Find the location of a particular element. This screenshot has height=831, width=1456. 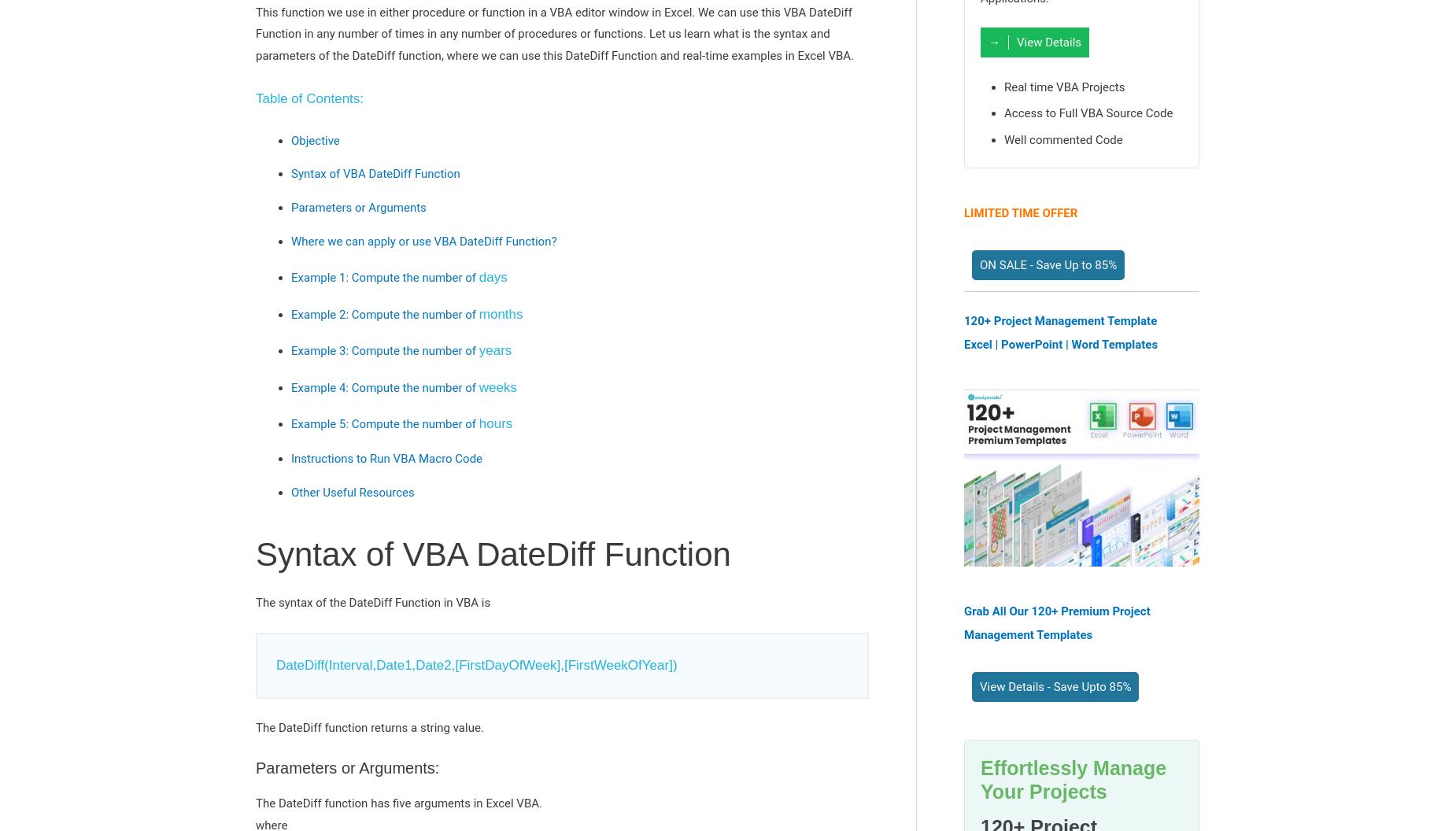

'Table of Contents:' is located at coordinates (309, 98).